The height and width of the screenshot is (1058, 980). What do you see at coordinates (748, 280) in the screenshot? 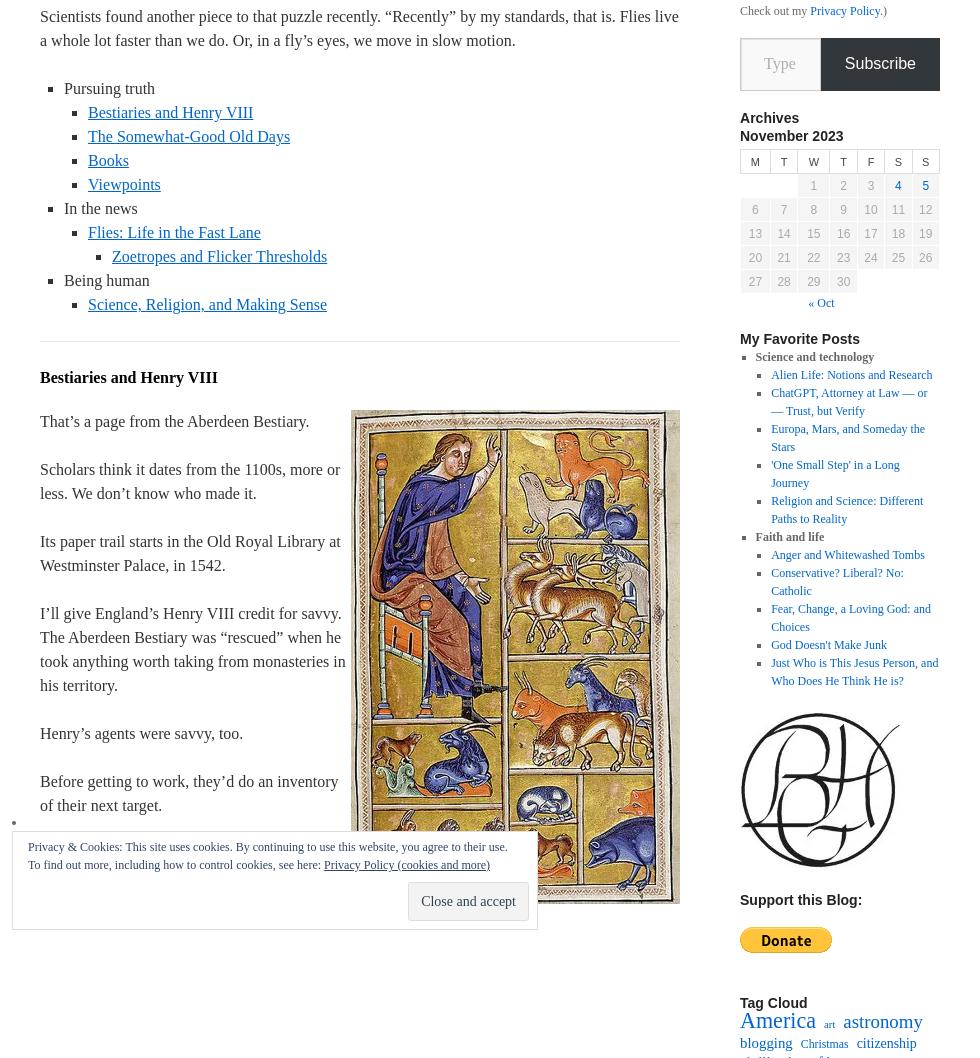
I see `'27'` at bounding box center [748, 280].